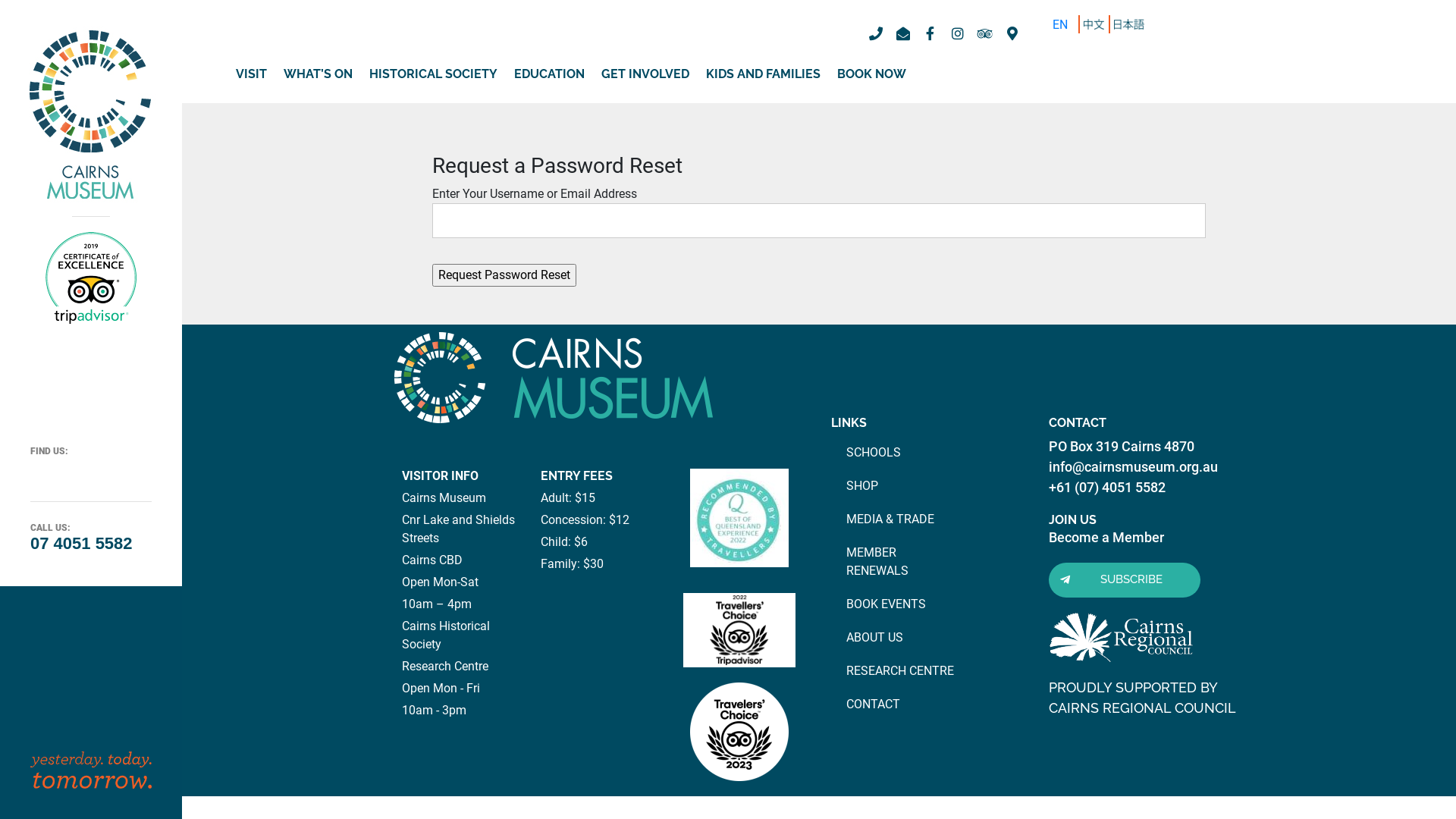  I want to click on 'BOOK NOW', so click(871, 74).